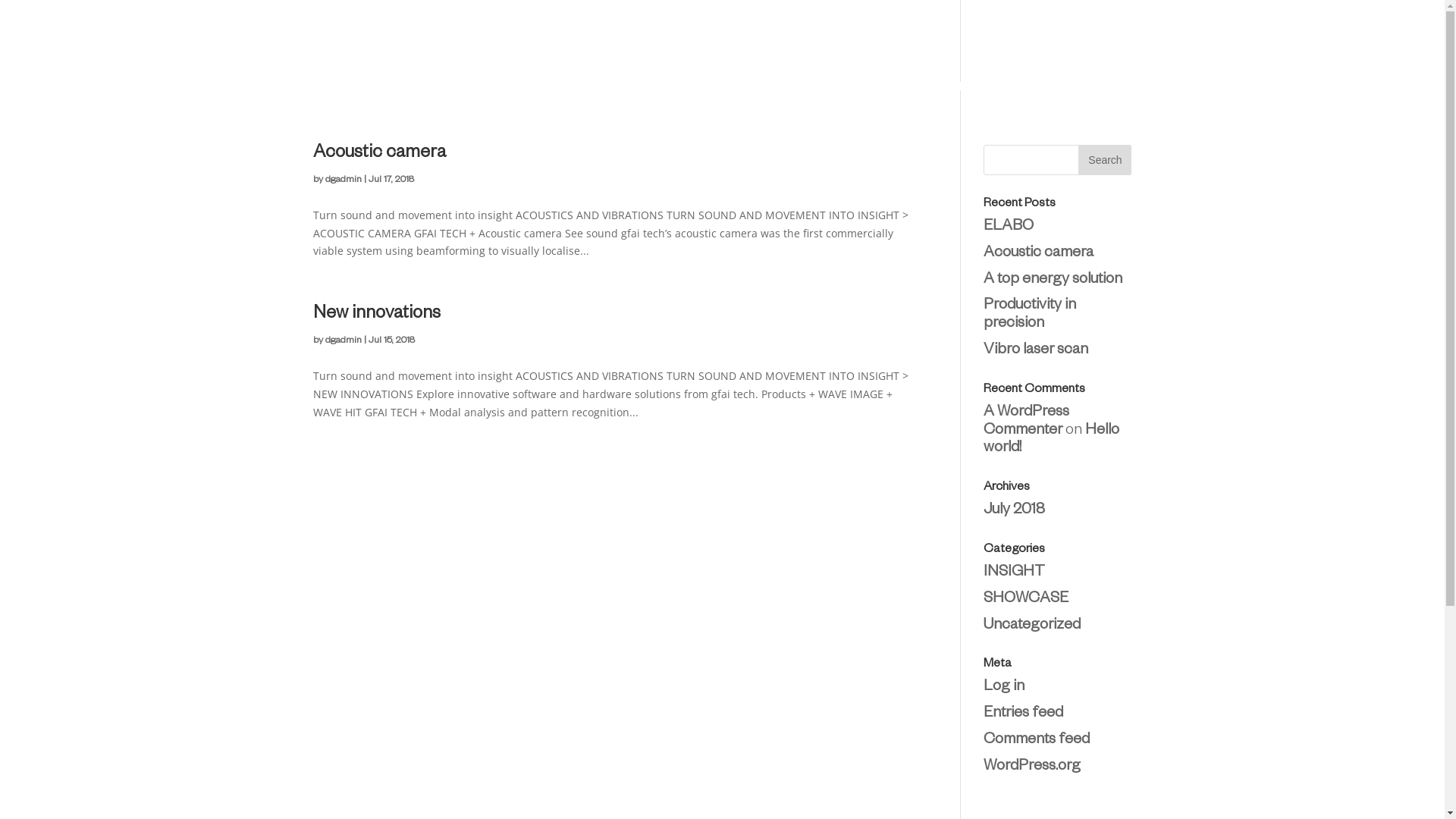 This screenshot has height=819, width=1456. I want to click on 'Log in', so click(1004, 687).